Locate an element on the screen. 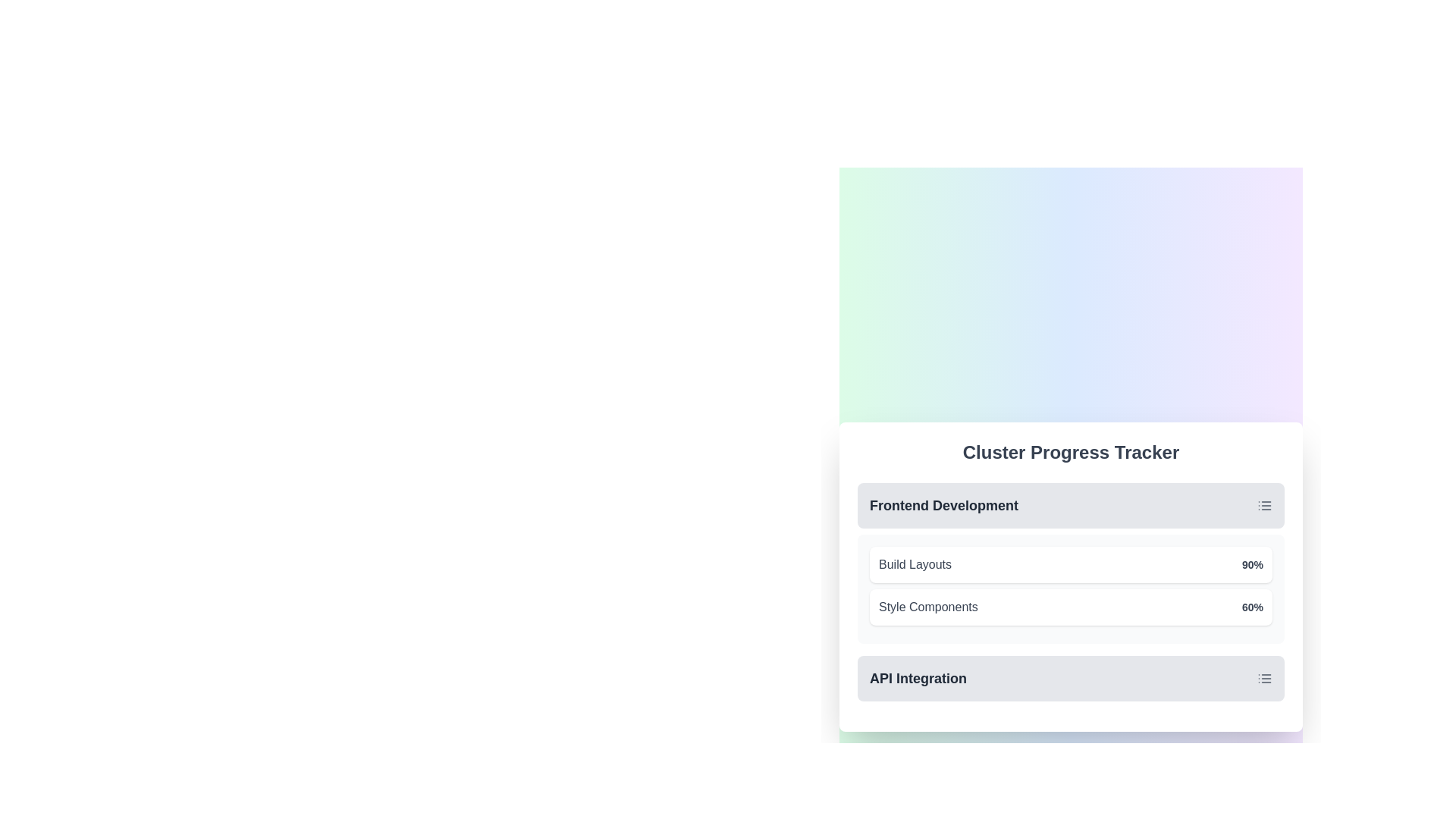  the Text label that indicates the progress percentage for the task 'Style Components,' which shows 60% and is located within the 'Frontend Development' section, adjacent to a progress bar is located at coordinates (1252, 607).